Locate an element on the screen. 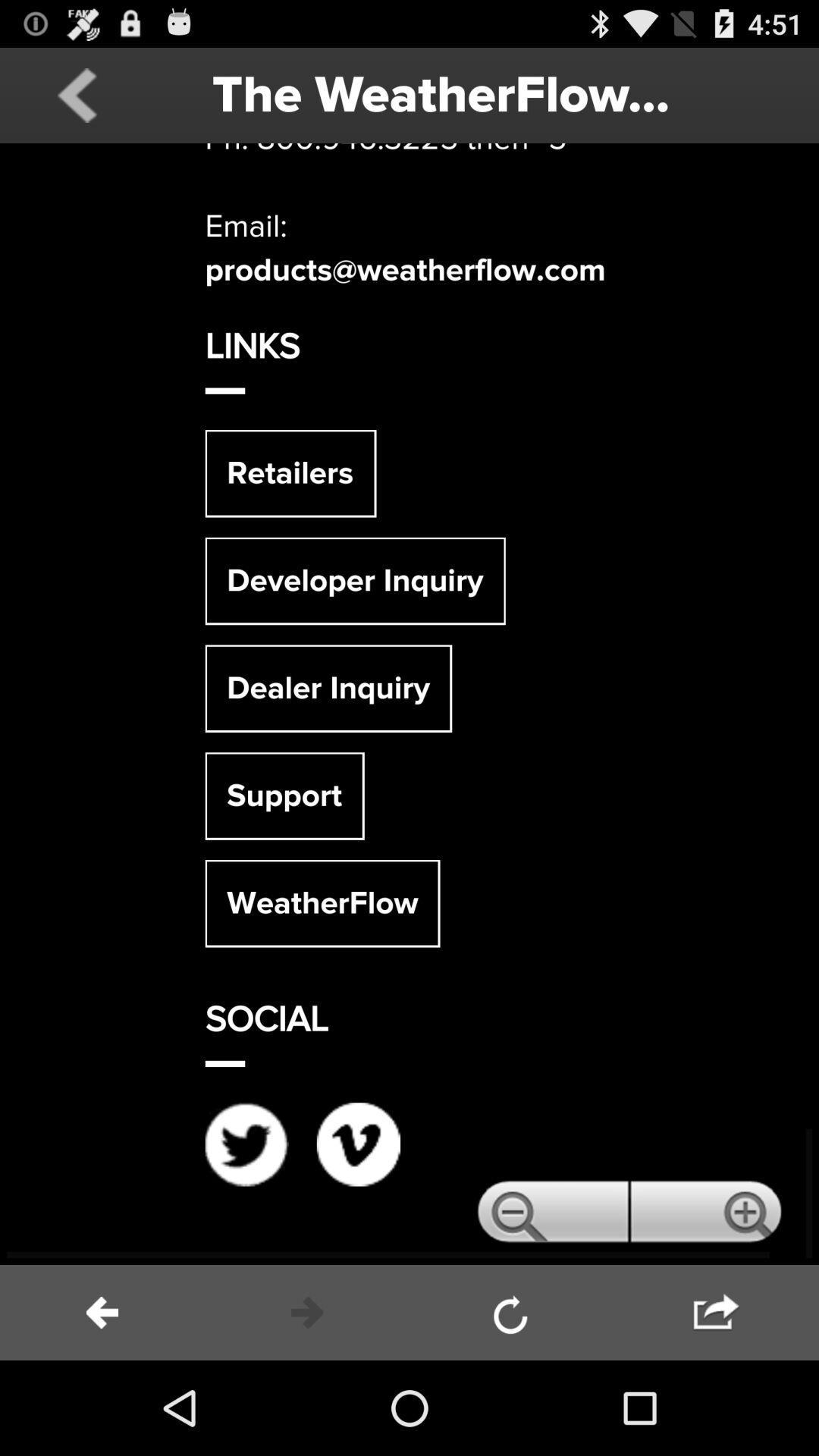 The height and width of the screenshot is (1456, 819). previous is located at coordinates (77, 94).